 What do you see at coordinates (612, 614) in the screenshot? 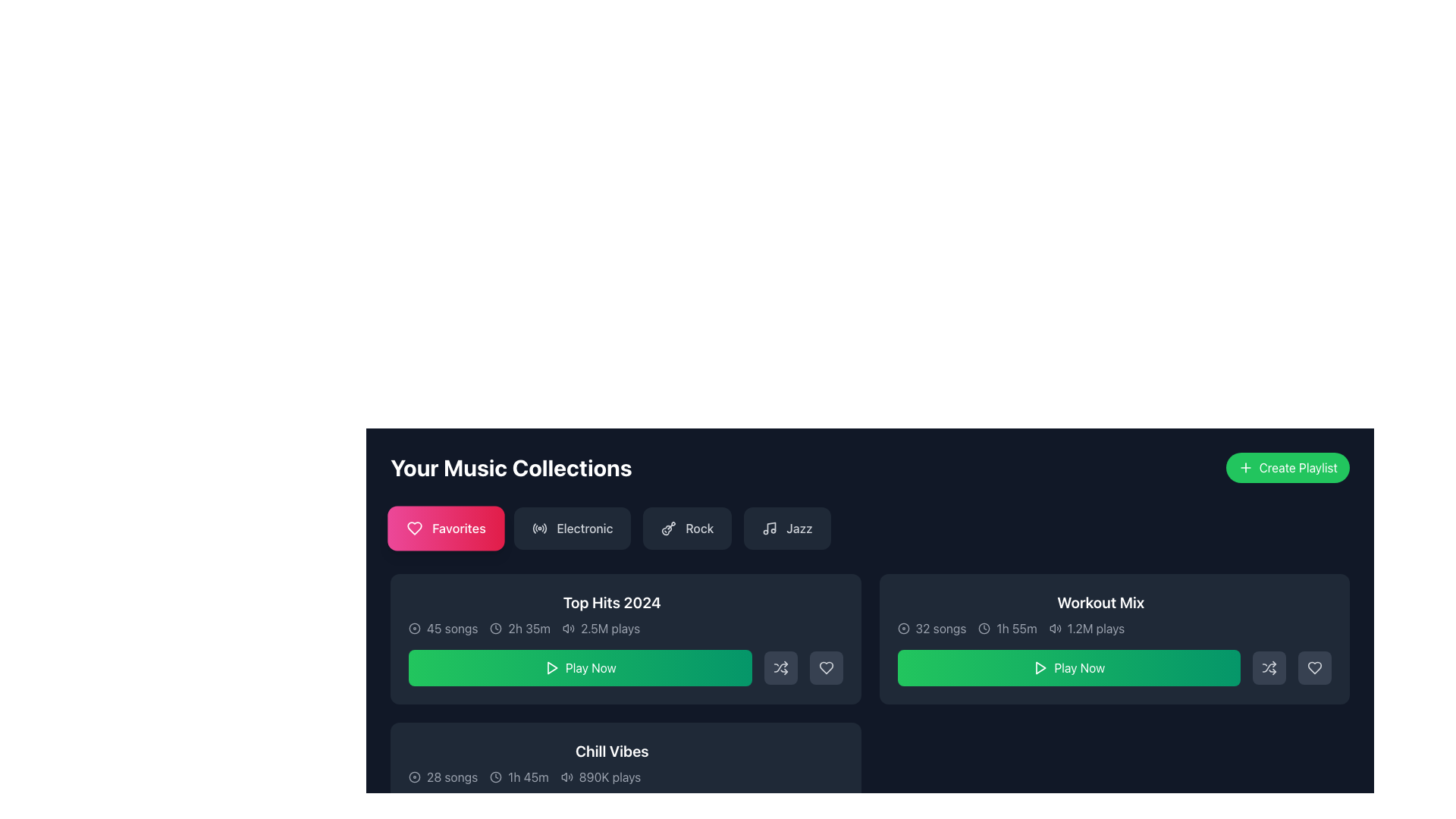
I see `the first card in the 'Your Music Collections' section that contains the playlist name, number of songs, total duration, and play count to focus on the playlist information` at bounding box center [612, 614].